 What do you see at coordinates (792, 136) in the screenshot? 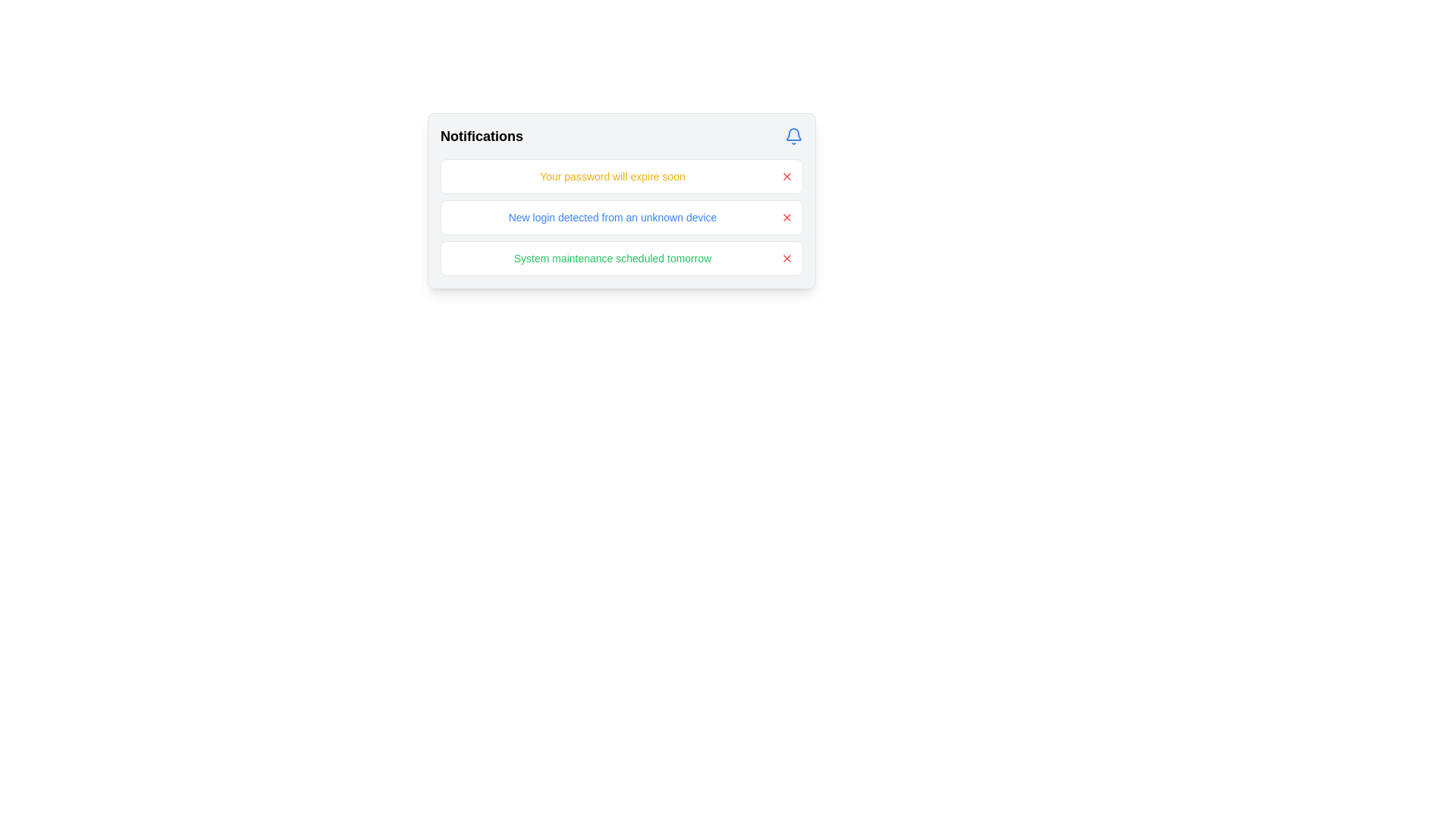
I see `the blue bell icon with a rounded outline located at the top-right of the notifications section, aligned with the 'Notifications' text` at bounding box center [792, 136].